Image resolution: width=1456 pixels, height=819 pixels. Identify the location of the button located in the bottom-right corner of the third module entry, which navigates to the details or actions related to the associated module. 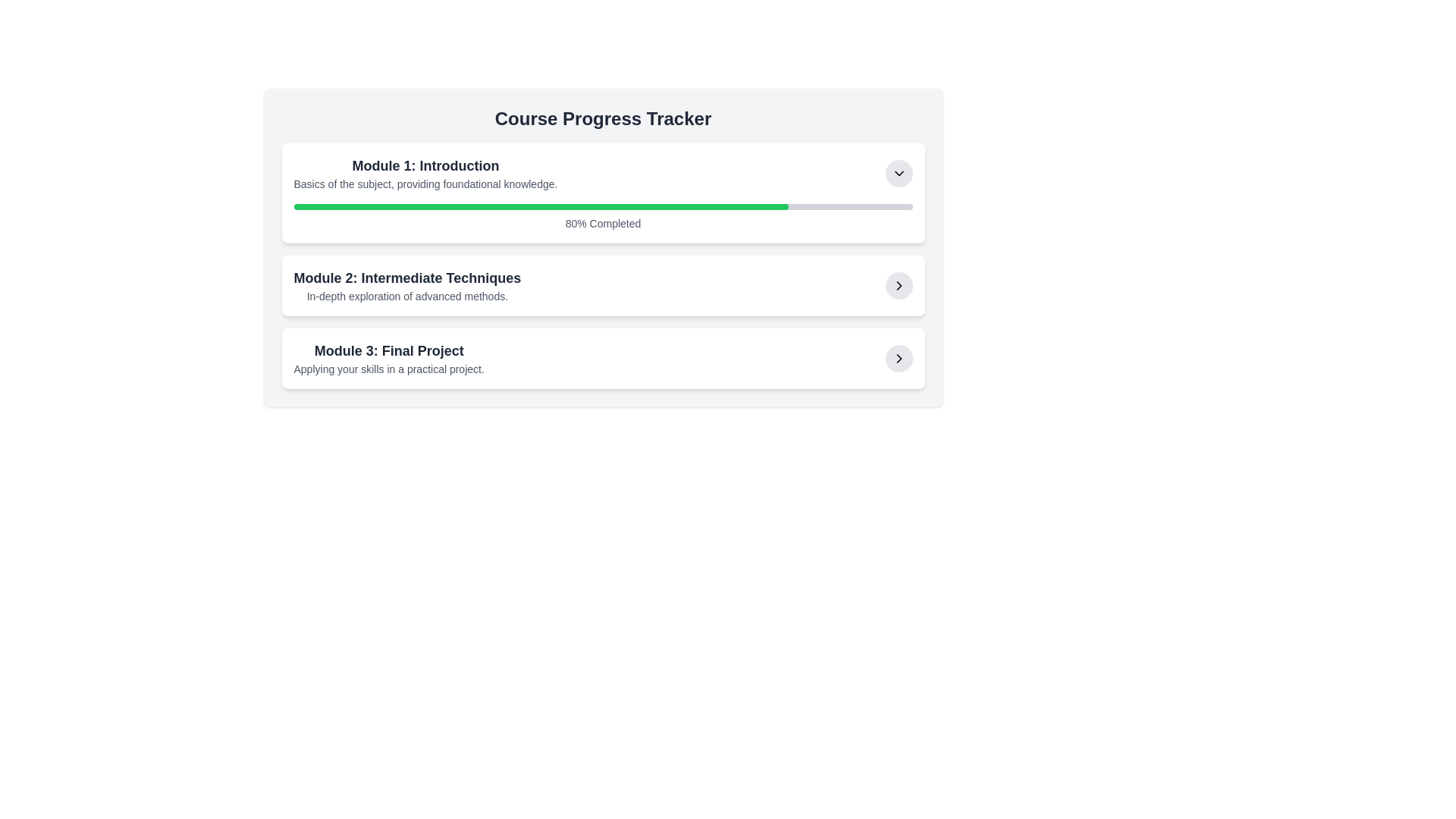
(899, 359).